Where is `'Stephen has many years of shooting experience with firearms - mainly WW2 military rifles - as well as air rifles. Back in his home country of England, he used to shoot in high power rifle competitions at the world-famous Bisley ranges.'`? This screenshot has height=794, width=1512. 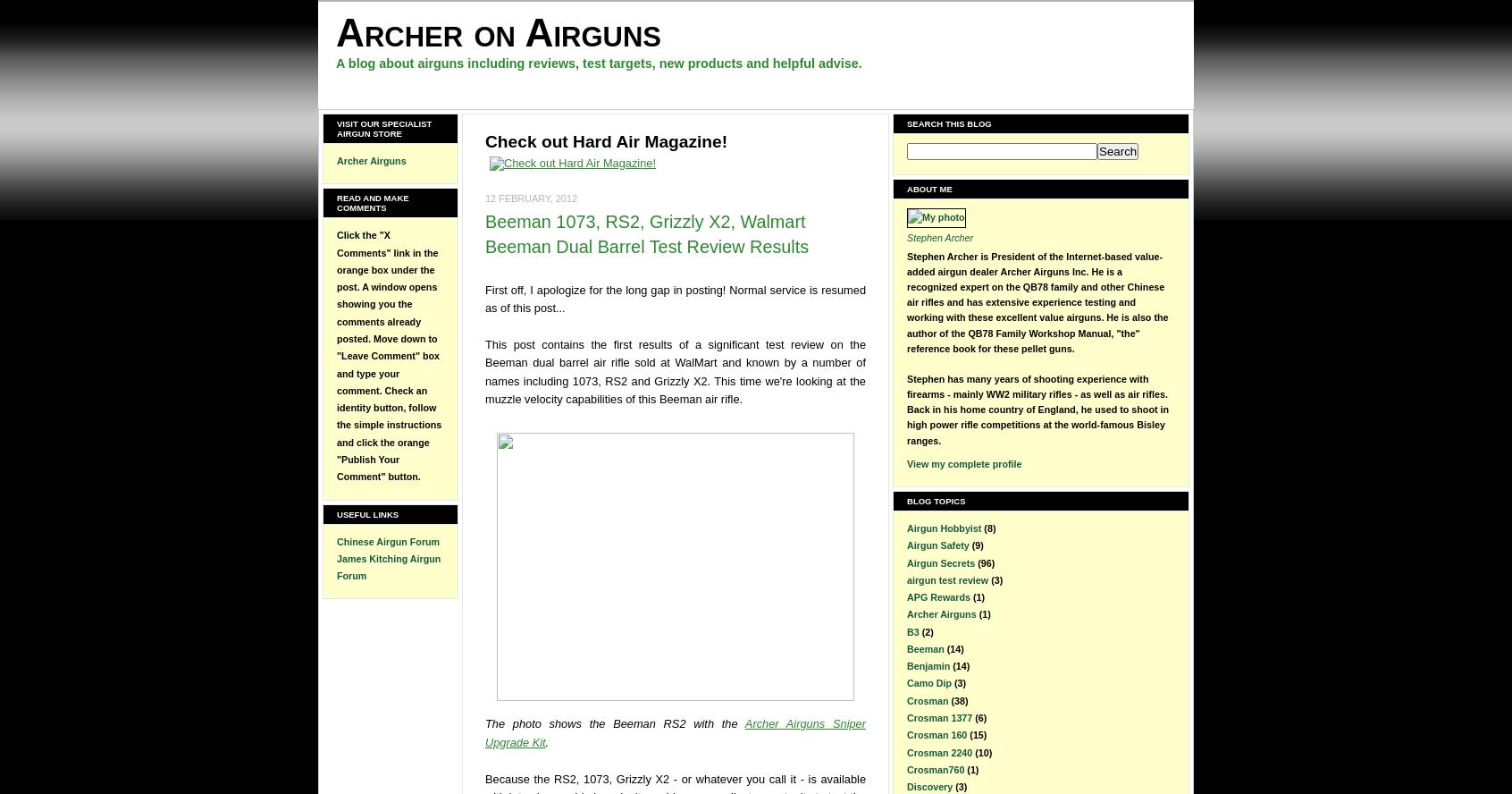 'Stephen has many years of shooting experience with firearms - mainly WW2 military rifles - as well as air rifles. Back in his home country of England, he used to shoot in high power rifle competitions at the world-famous Bisley ranges.' is located at coordinates (1037, 409).